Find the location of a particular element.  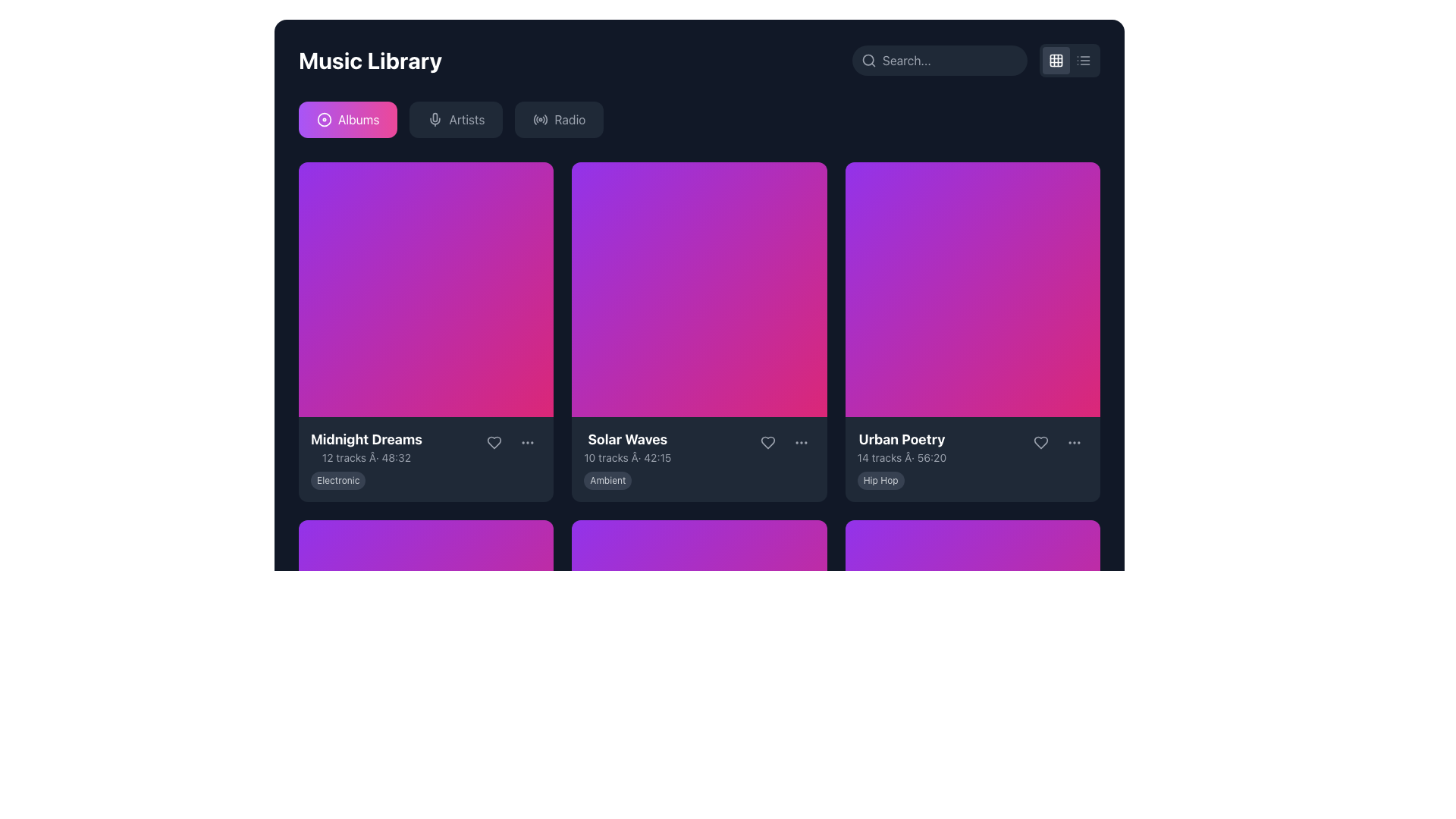

the title text label at the top-center of the second card in the grid layout is located at coordinates (627, 440).